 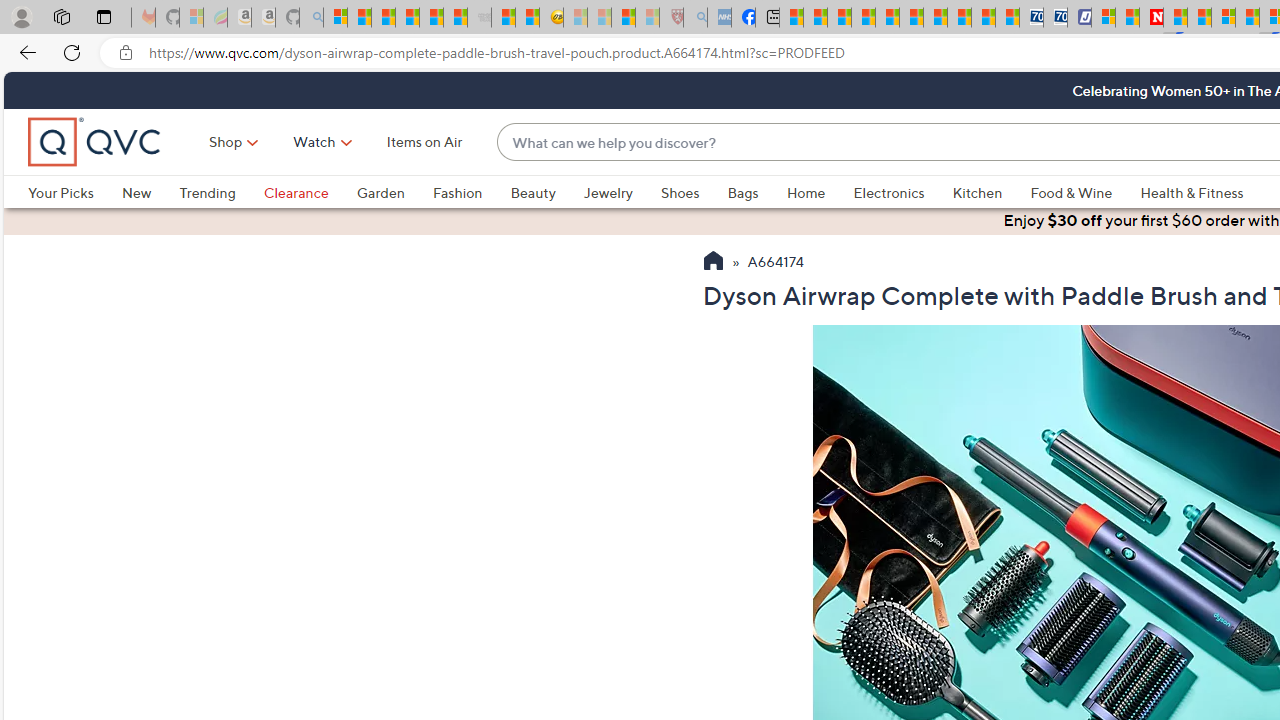 What do you see at coordinates (756, 192) in the screenshot?
I see `'Bags'` at bounding box center [756, 192].